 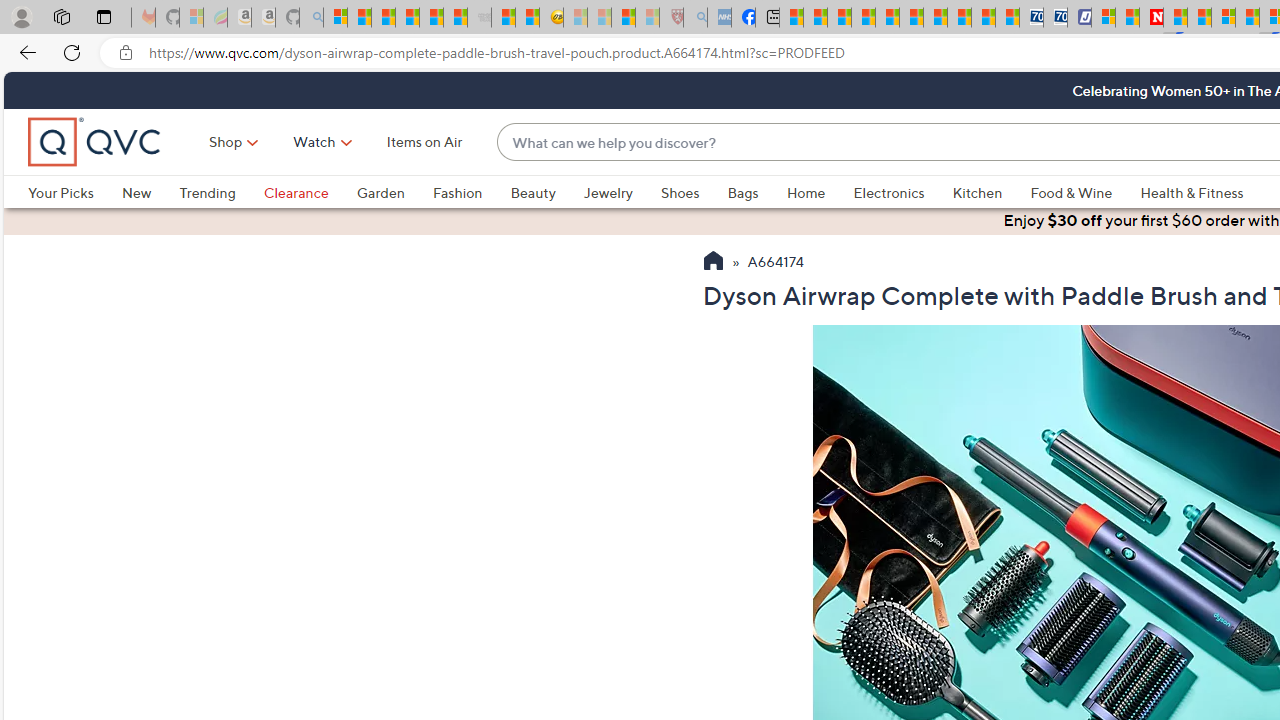 What do you see at coordinates (756, 192) in the screenshot?
I see `'Bags'` at bounding box center [756, 192].